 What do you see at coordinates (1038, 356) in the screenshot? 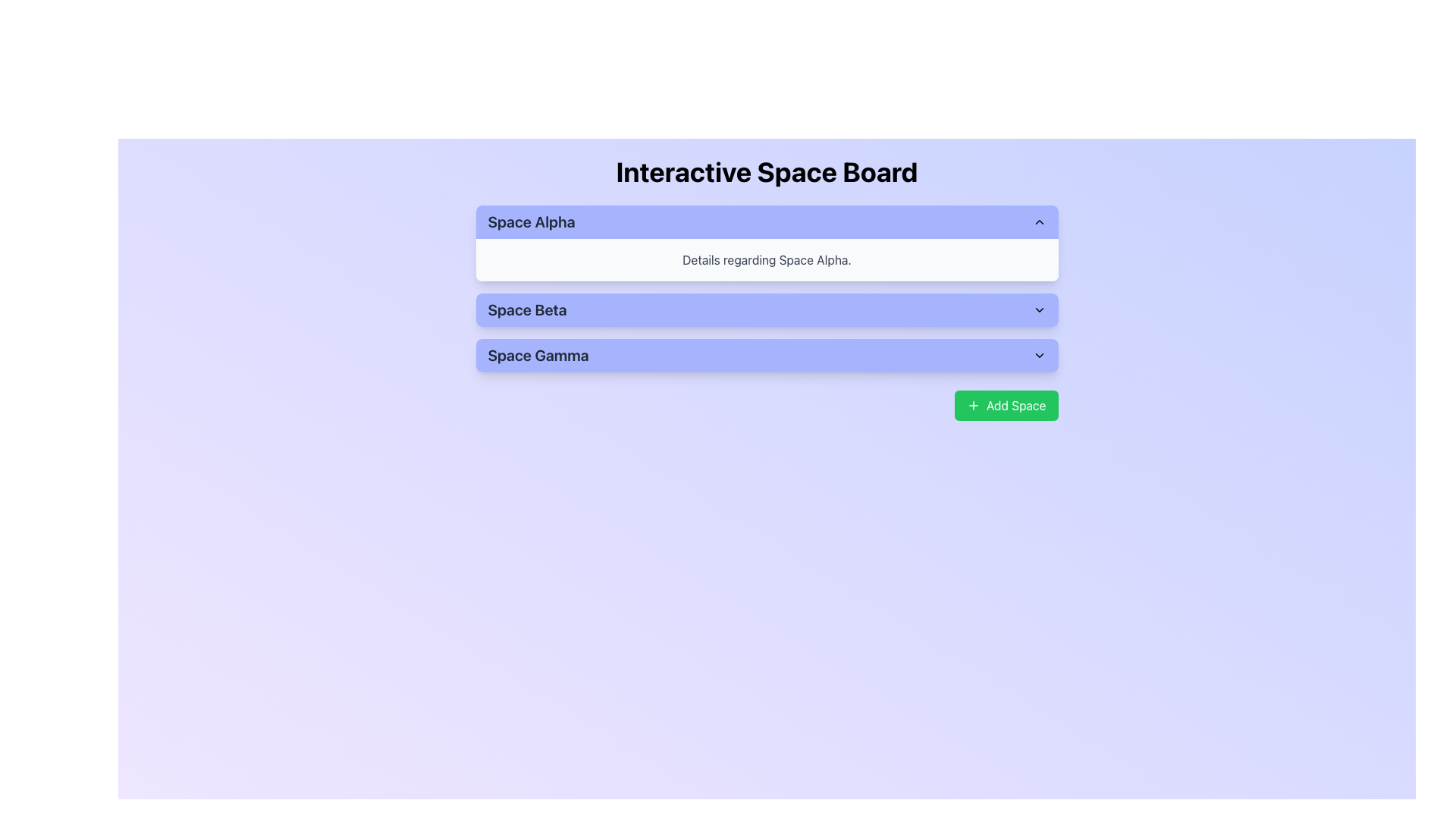
I see `the small downward-pointing chevron icon located to the right of the 'Space Gamma' text` at bounding box center [1038, 356].